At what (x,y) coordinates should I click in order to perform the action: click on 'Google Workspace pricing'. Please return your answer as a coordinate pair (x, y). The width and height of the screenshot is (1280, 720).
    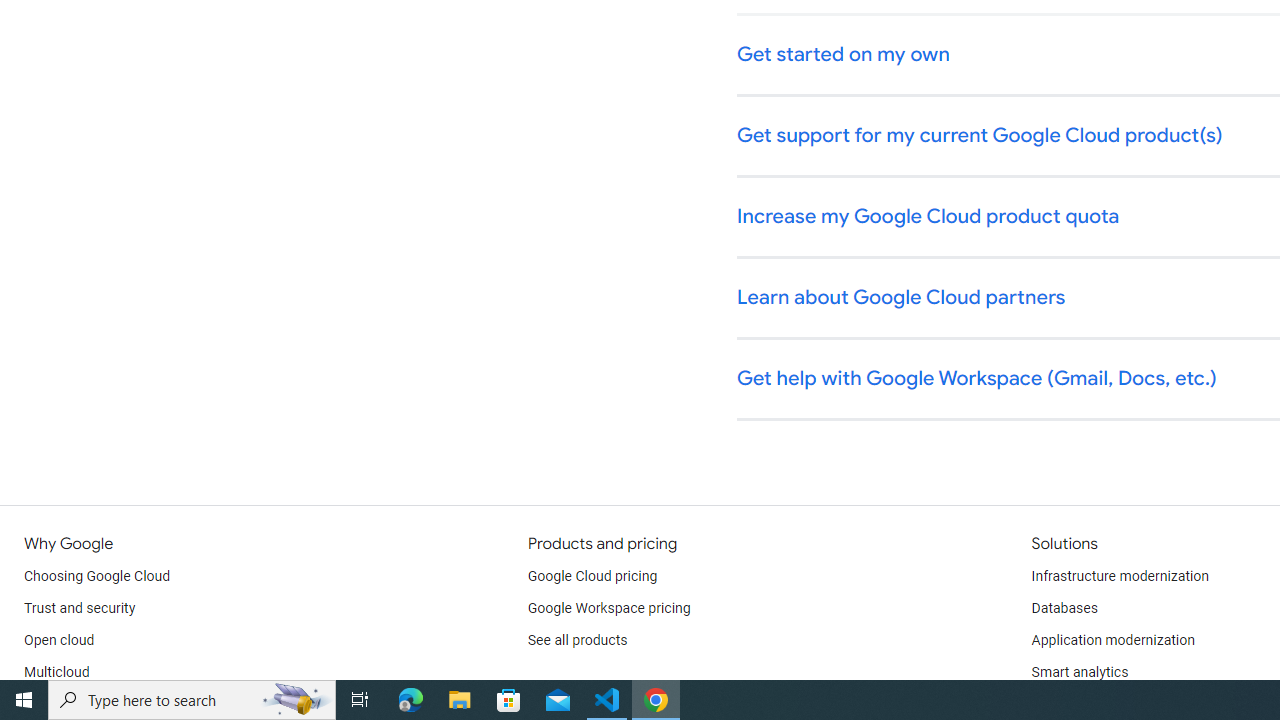
    Looking at the image, I should click on (608, 608).